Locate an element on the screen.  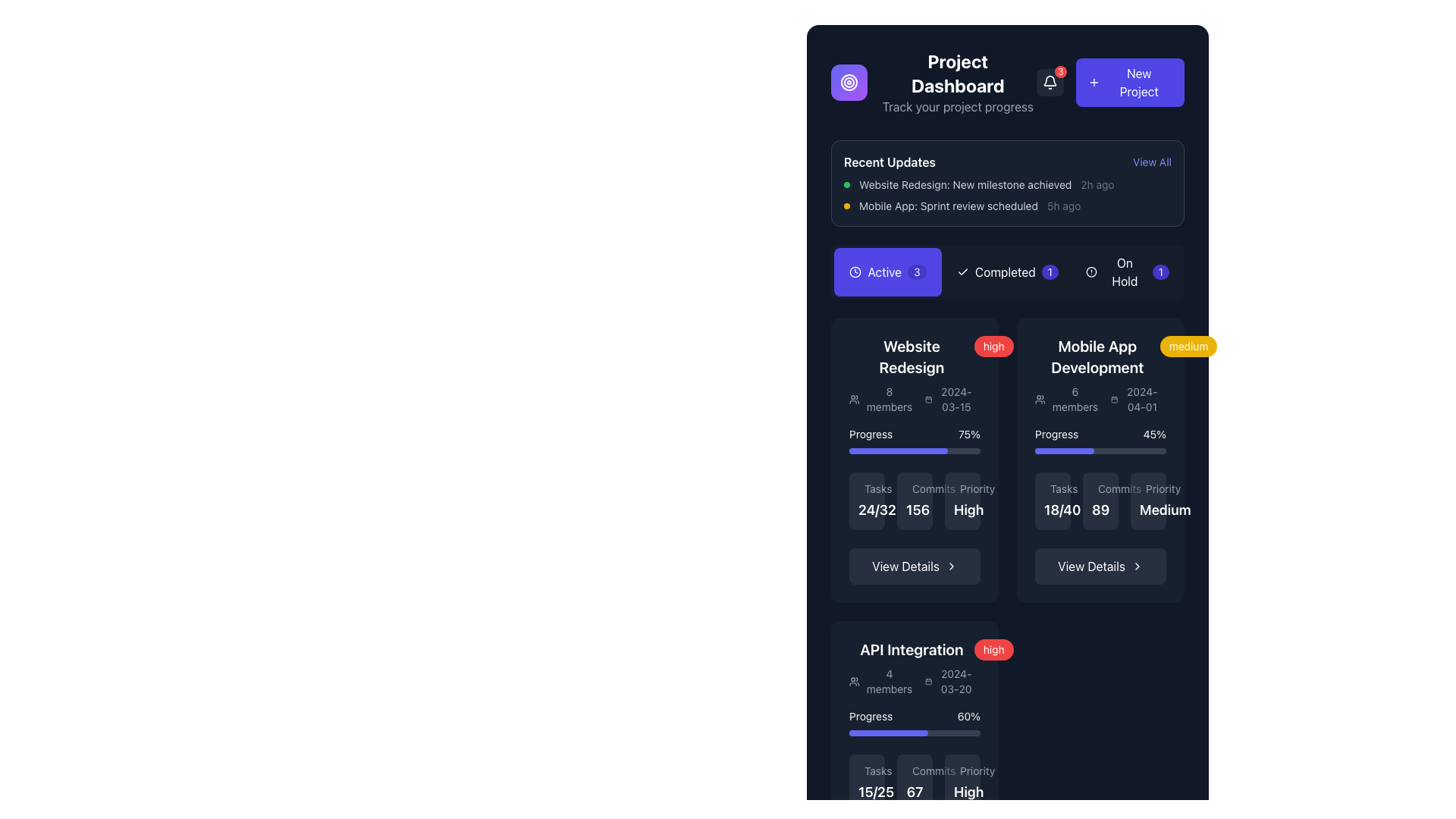
the 'On Hold' status filter button, which is the third button in a horizontal list located below the 'Recent Updates' section is located at coordinates (1128, 271).